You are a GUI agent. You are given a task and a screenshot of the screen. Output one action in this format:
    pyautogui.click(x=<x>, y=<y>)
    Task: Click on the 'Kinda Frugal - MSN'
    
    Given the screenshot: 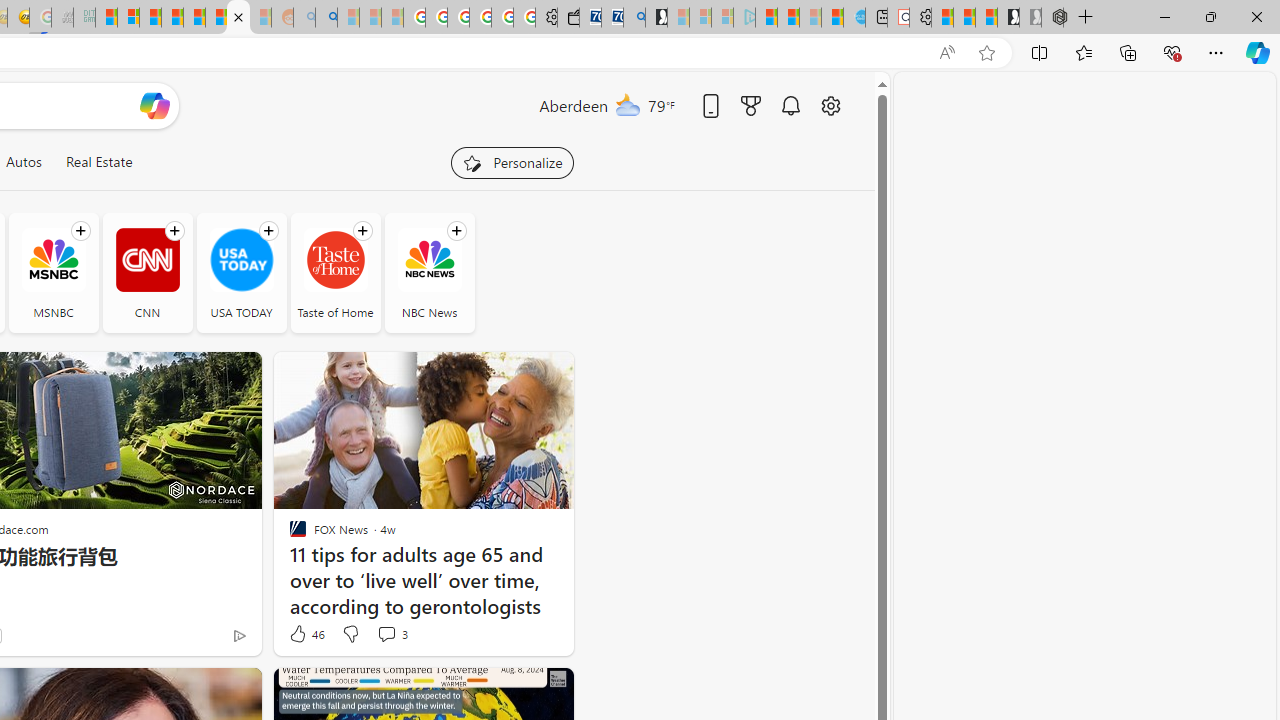 What is the action you would take?
    pyautogui.click(x=216, y=17)
    